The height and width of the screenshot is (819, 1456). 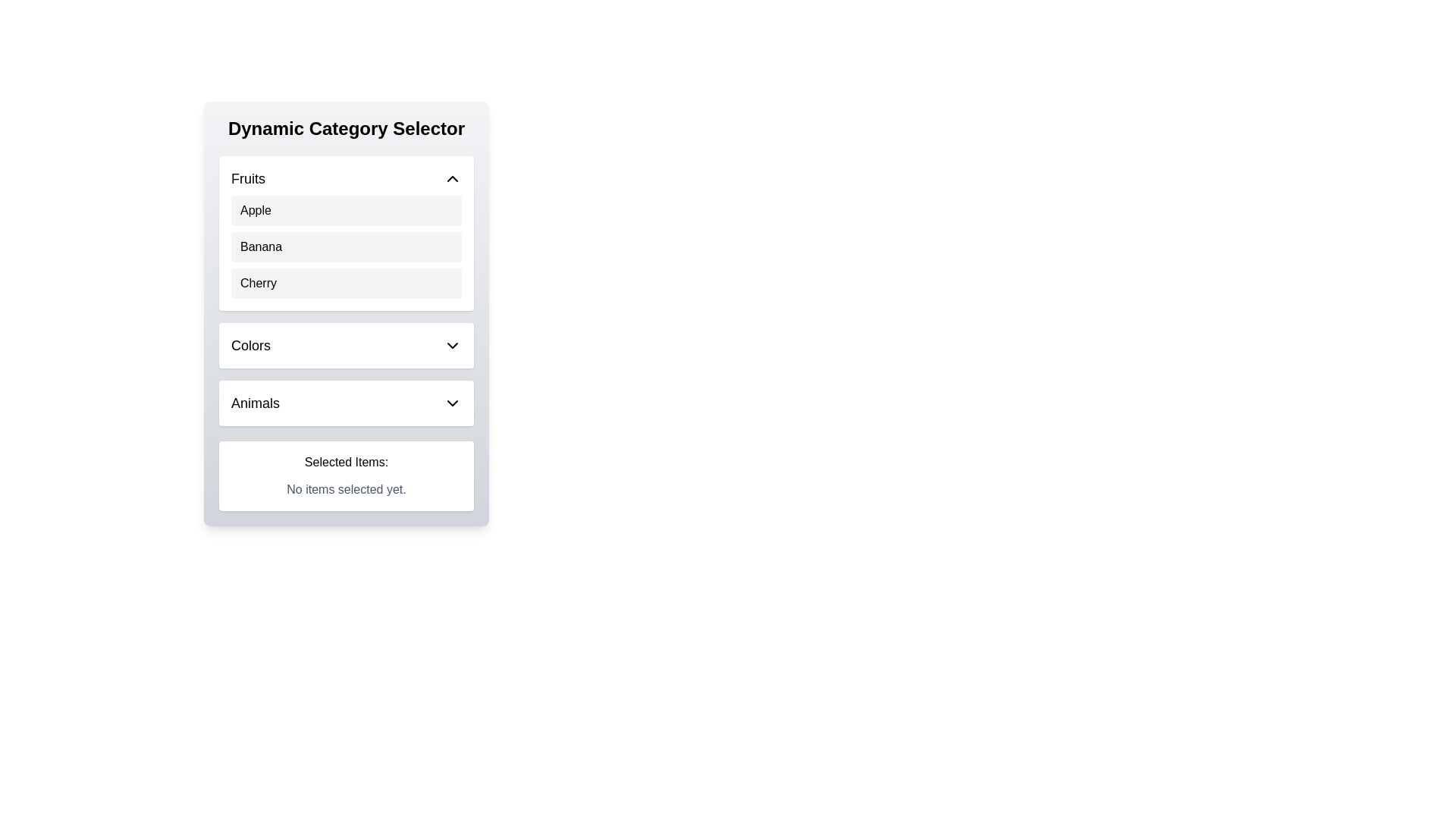 What do you see at coordinates (345, 210) in the screenshot?
I see `the 'Apple' selectable item in the 'Fruits' list` at bounding box center [345, 210].